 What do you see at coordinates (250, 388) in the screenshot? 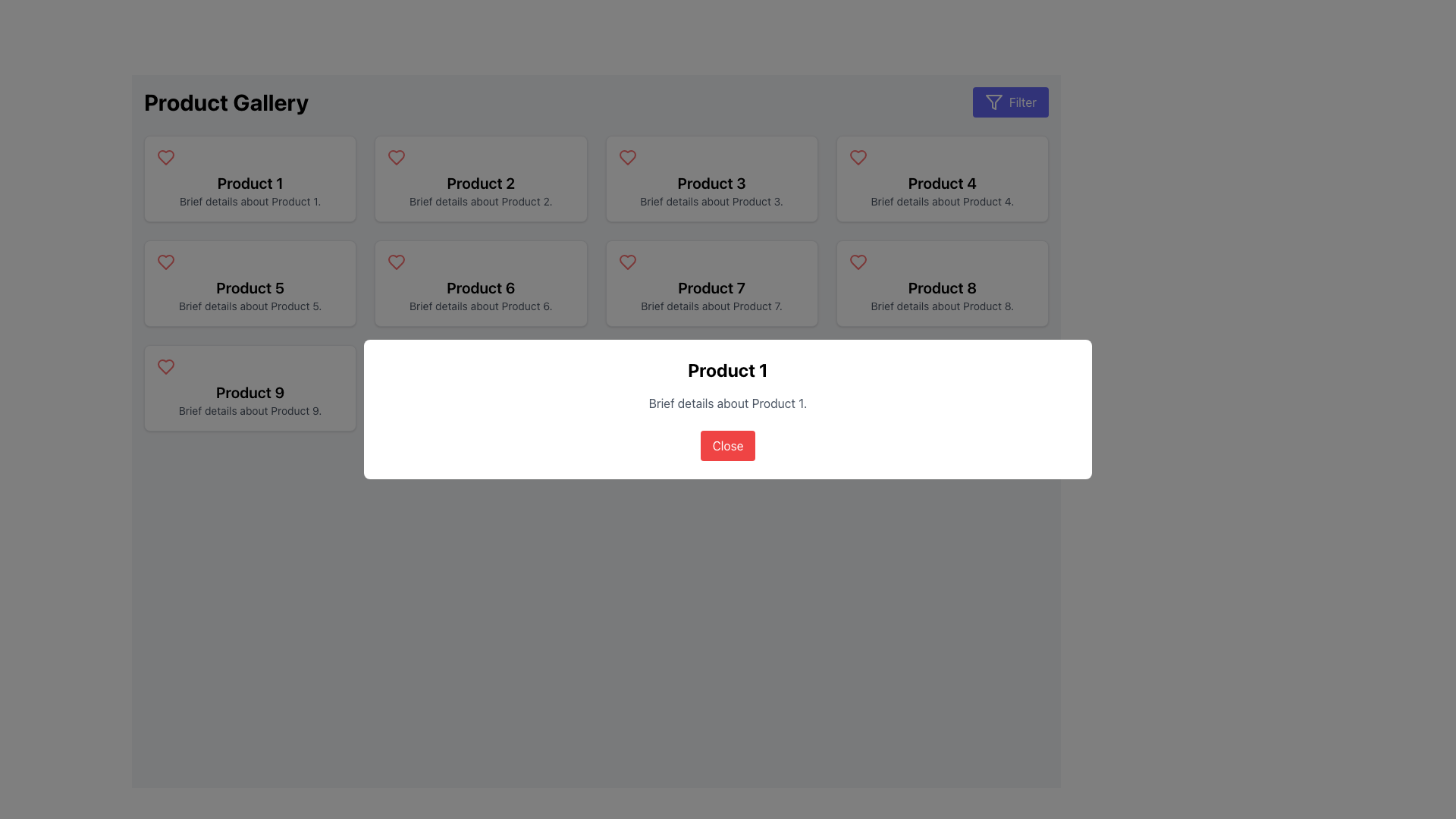
I see `the product card located in the third row and first column of the grid layout, which displays its name, a brief description, and a favorite icon` at bounding box center [250, 388].